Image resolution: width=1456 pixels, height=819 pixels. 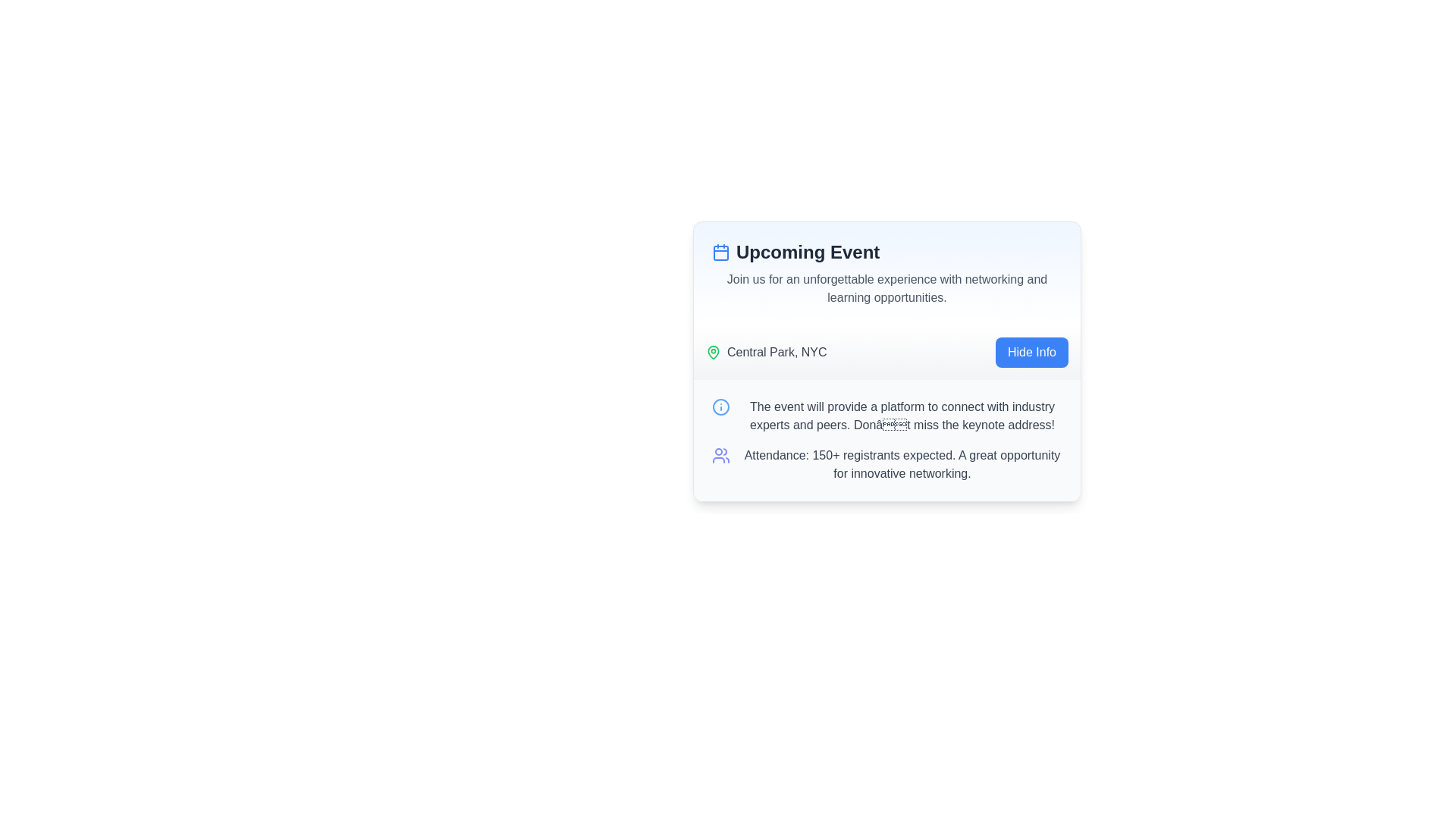 What do you see at coordinates (766, 353) in the screenshot?
I see `the text element indicating 'Central Park, NYC' with the associated map pin icon, located next to the 'Hide Info' button` at bounding box center [766, 353].